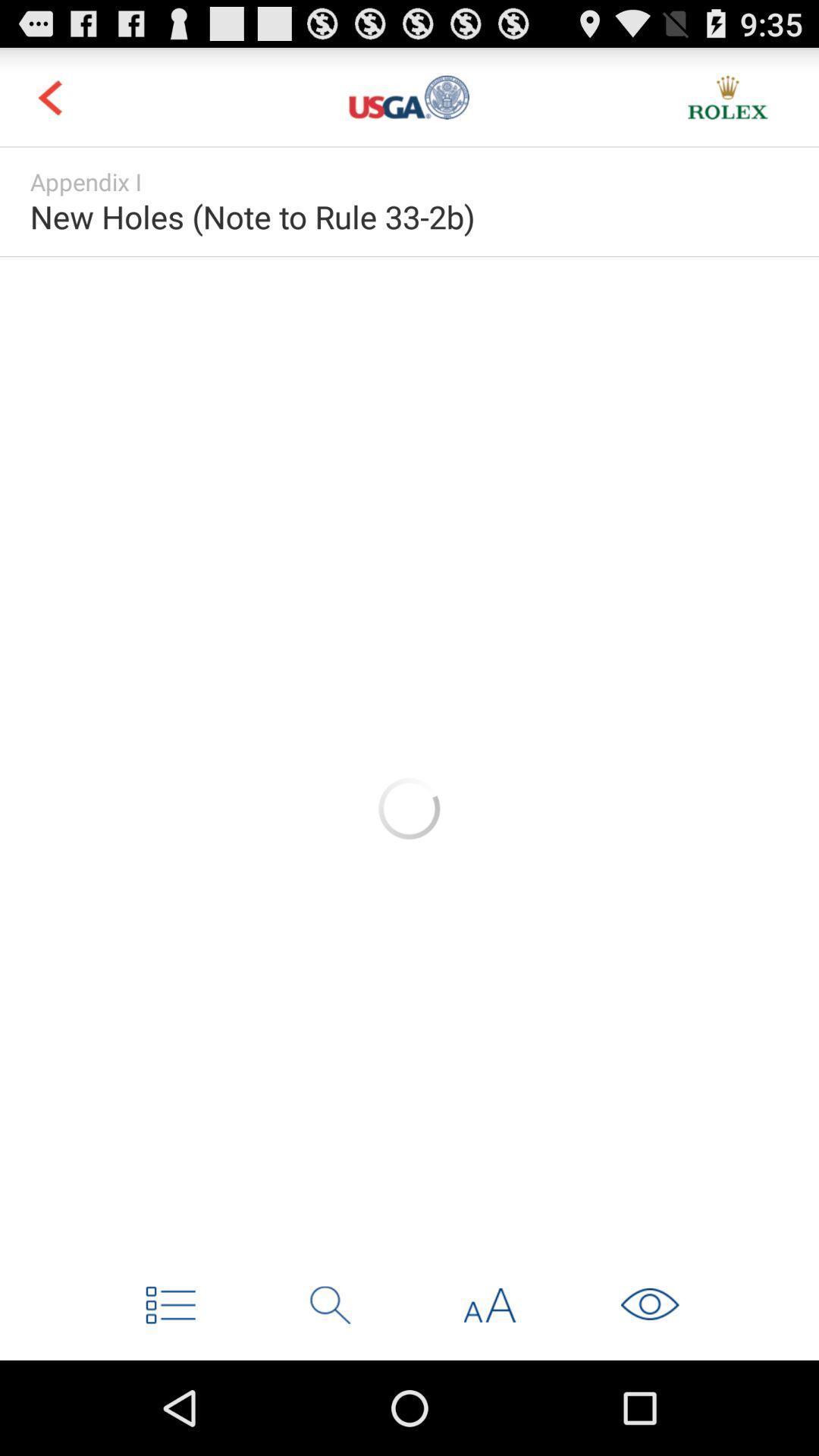  Describe the element at coordinates (727, 96) in the screenshot. I see `rolex` at that location.